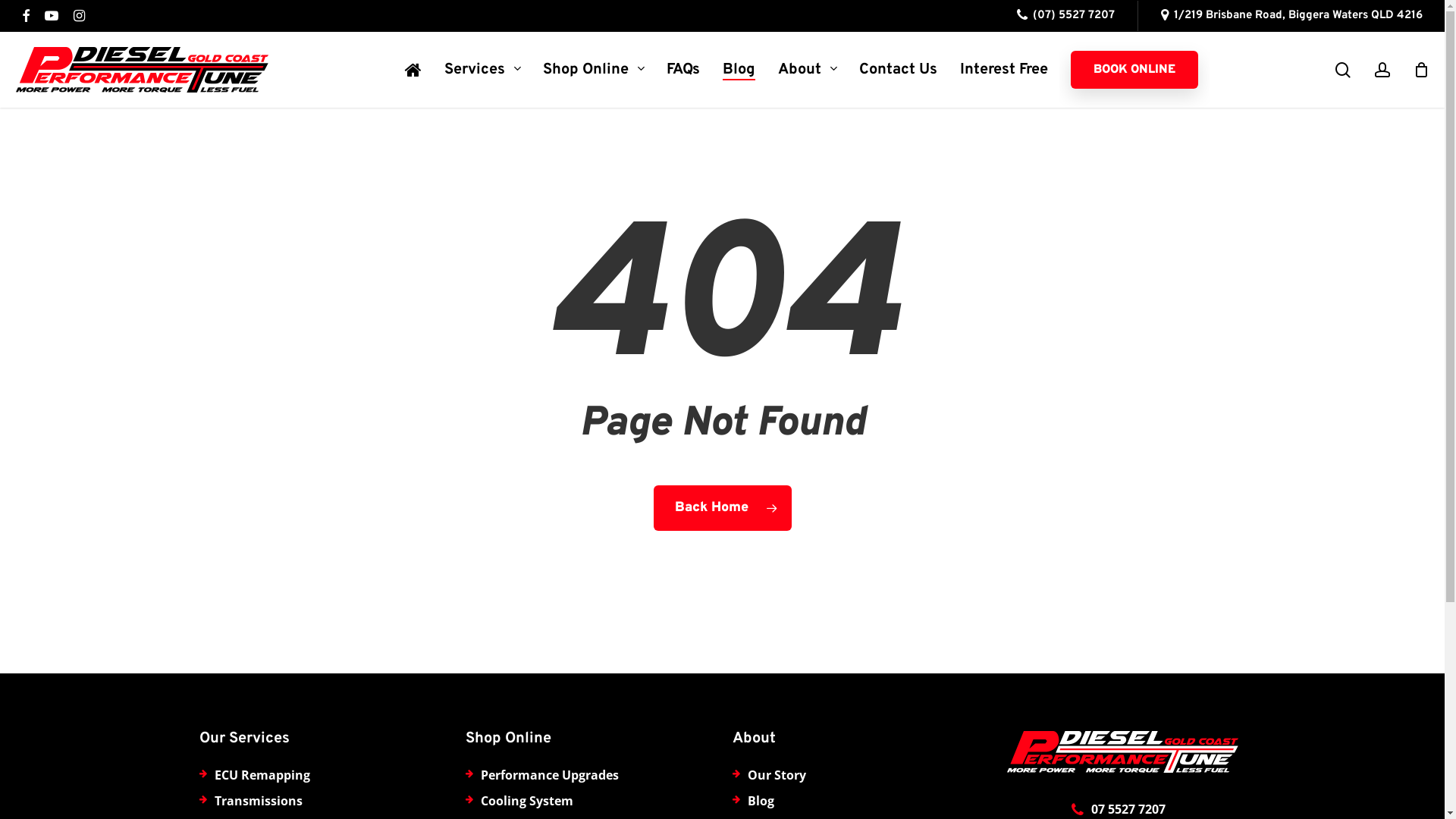  What do you see at coordinates (1004, 70) in the screenshot?
I see `'Interest Free'` at bounding box center [1004, 70].